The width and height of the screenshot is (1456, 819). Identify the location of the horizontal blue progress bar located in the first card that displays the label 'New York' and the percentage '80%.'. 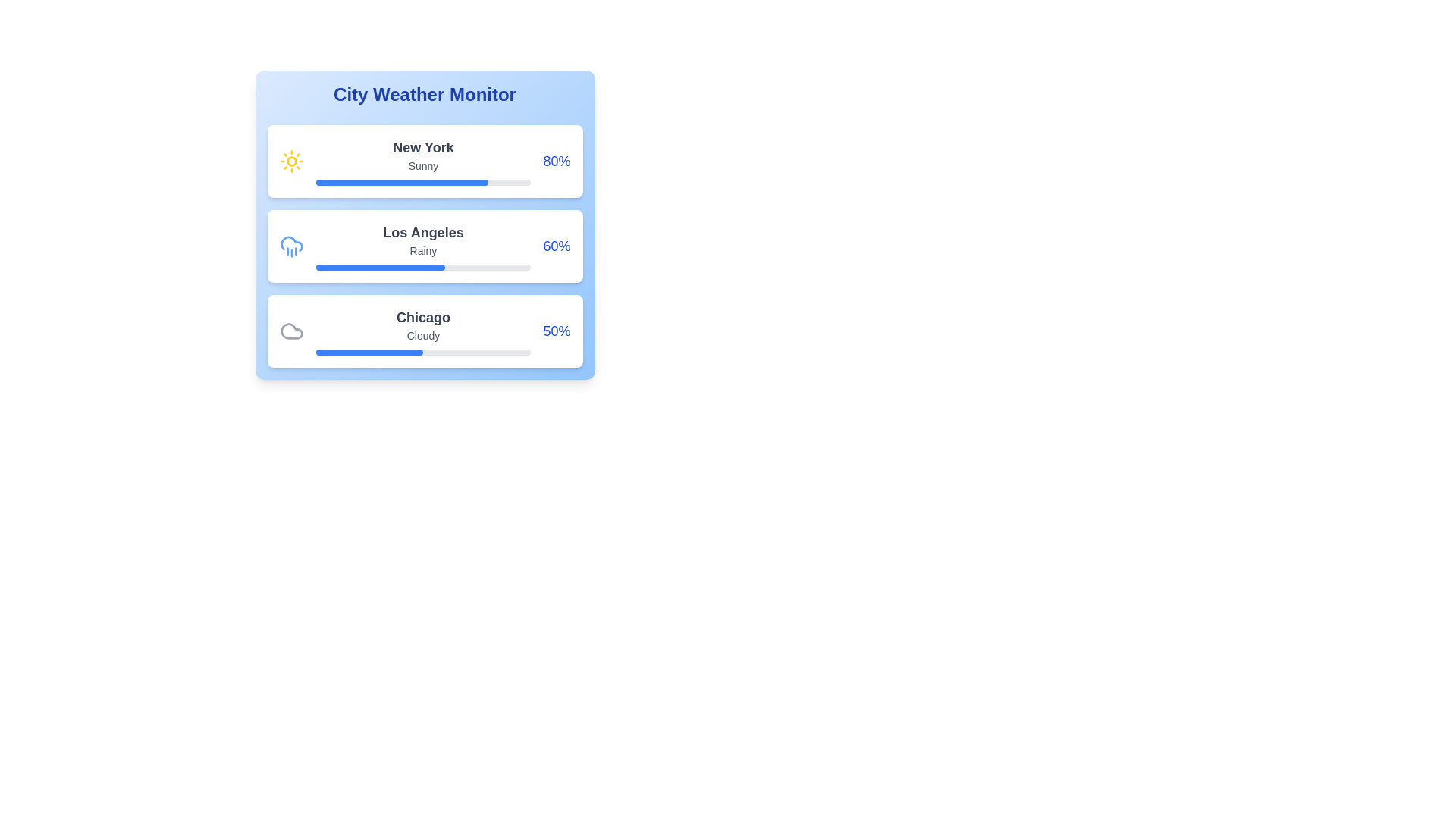
(402, 181).